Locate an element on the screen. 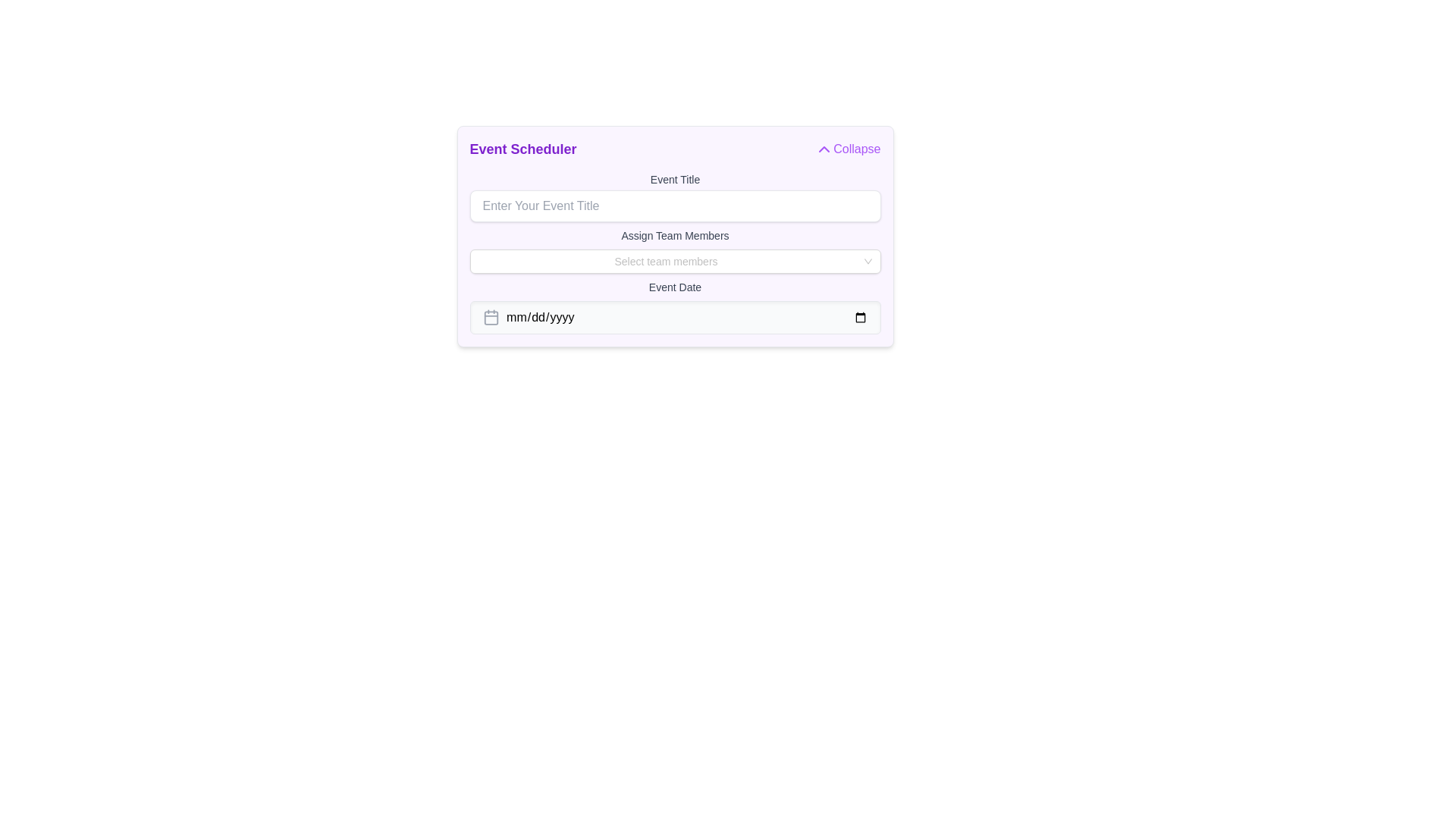 The width and height of the screenshot is (1456, 819). the Date input field located below the team selection field, which allows users to input a date or open a calendar view for date selection is located at coordinates (674, 307).